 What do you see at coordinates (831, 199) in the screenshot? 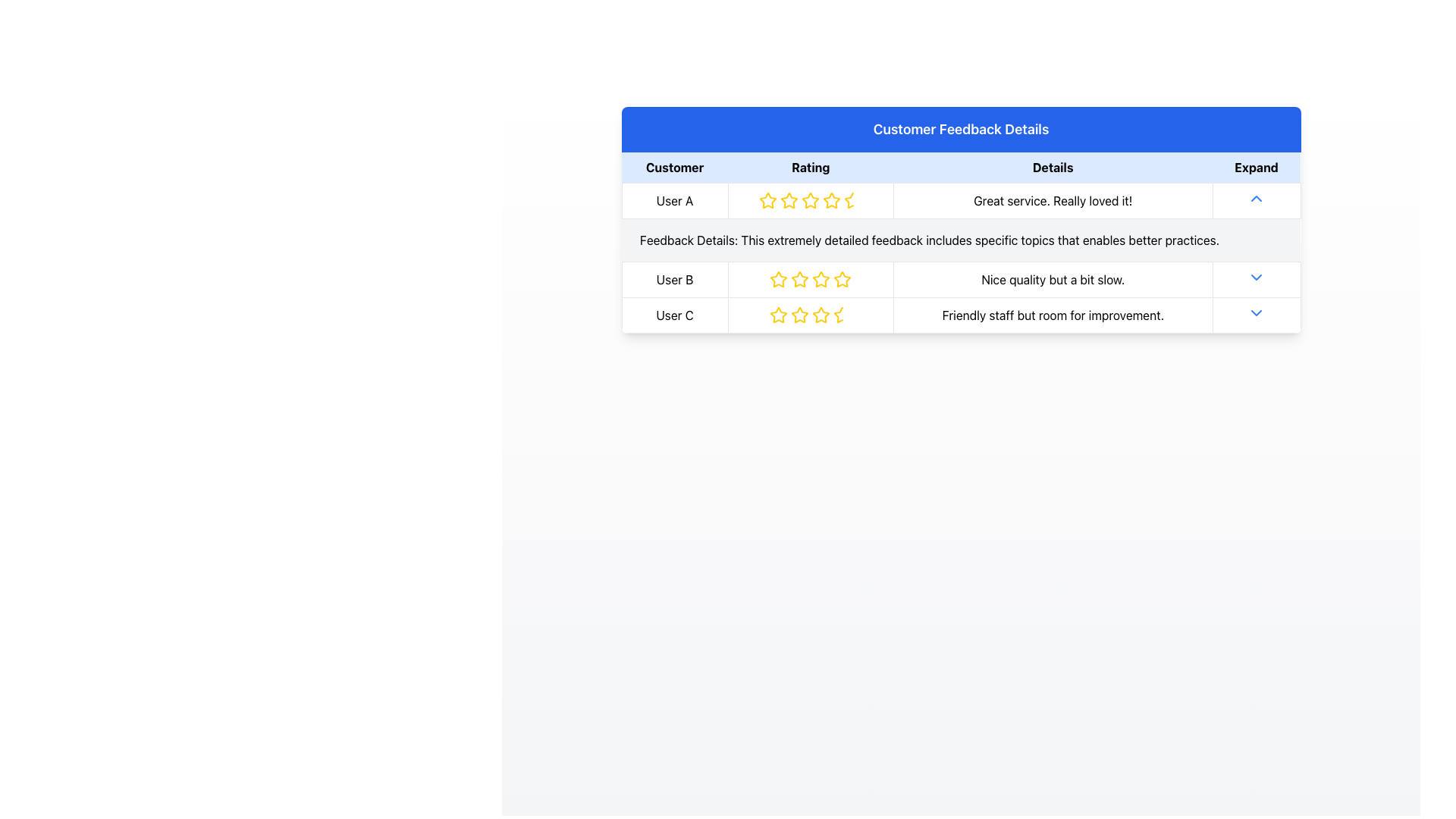
I see `the fourth star in the rating system for 'User A' located in the first row of the feedback table` at bounding box center [831, 199].